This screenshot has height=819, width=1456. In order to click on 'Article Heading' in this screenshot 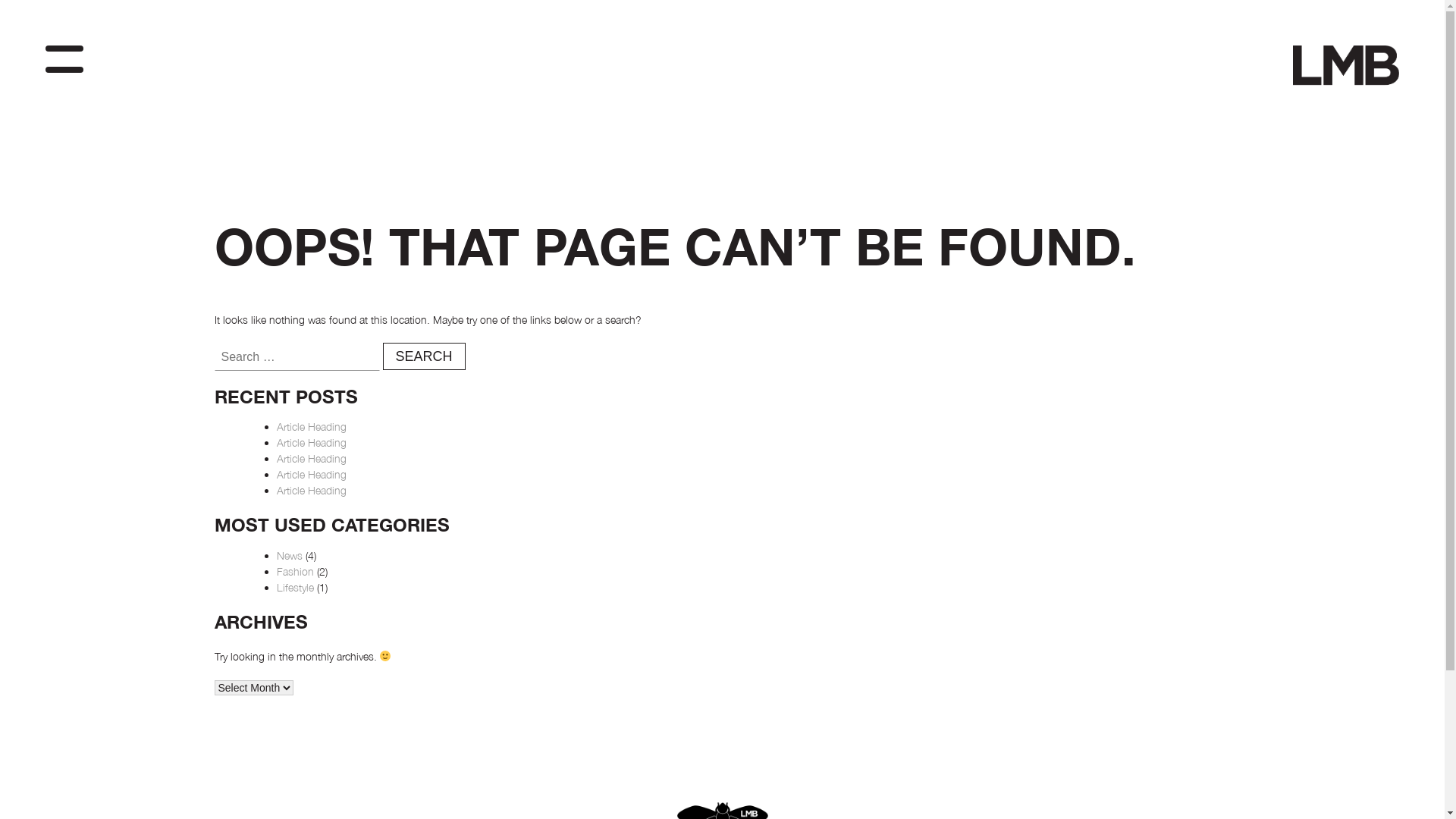, I will do `click(276, 426)`.